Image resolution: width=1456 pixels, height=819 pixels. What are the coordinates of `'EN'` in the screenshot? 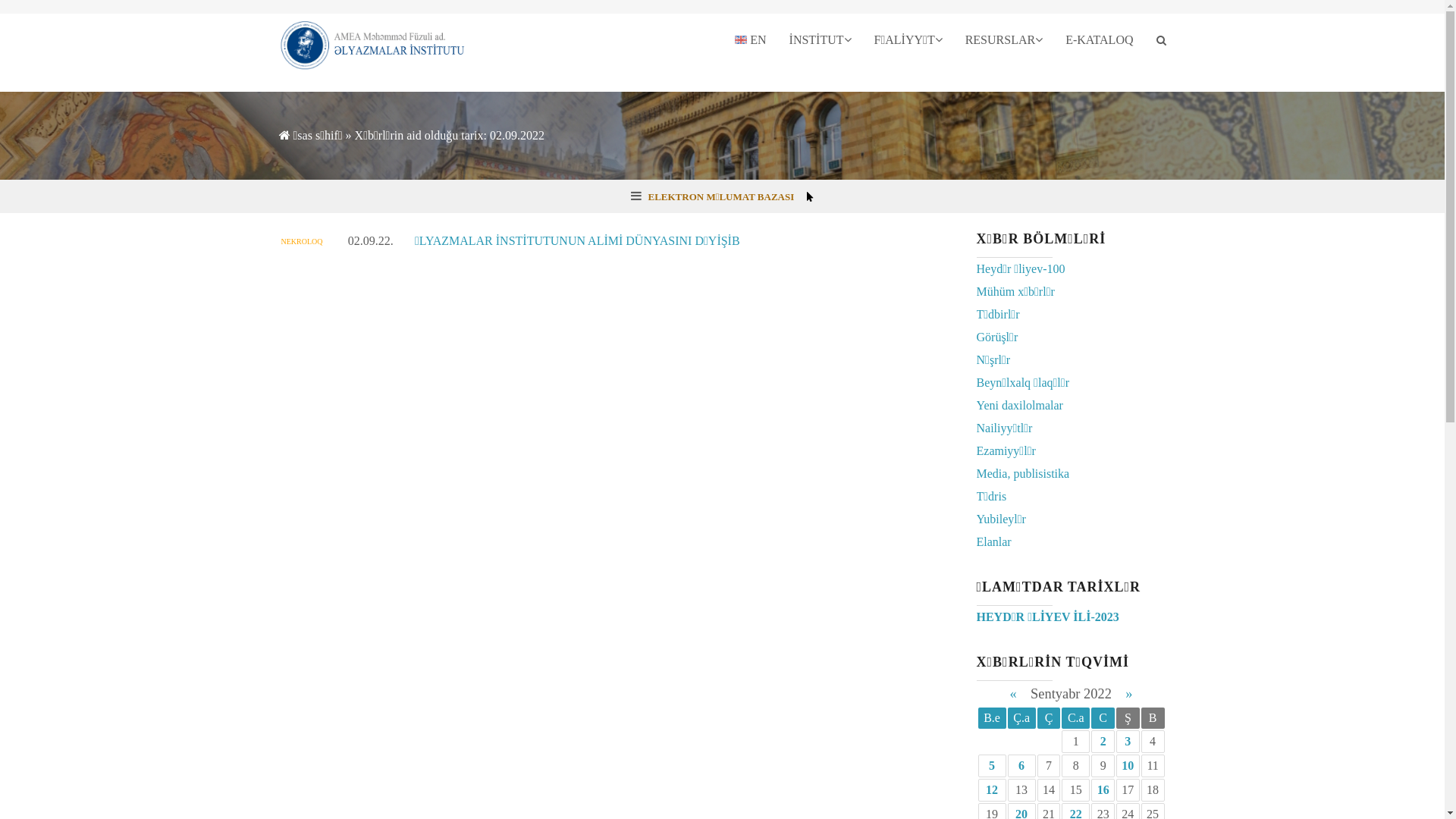 It's located at (723, 39).